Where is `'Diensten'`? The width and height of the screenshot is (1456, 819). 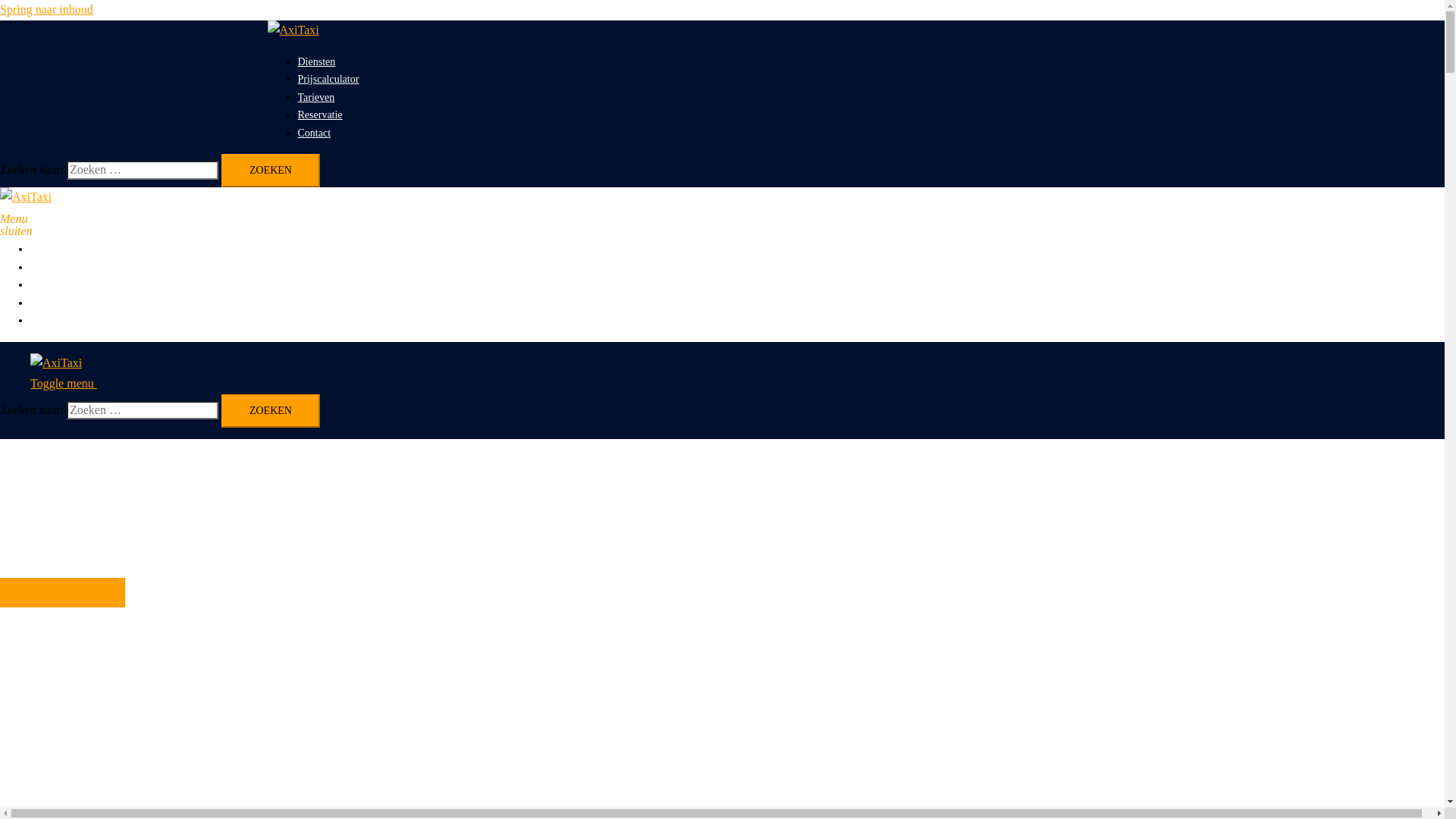 'Diensten' is located at coordinates (30, 248).